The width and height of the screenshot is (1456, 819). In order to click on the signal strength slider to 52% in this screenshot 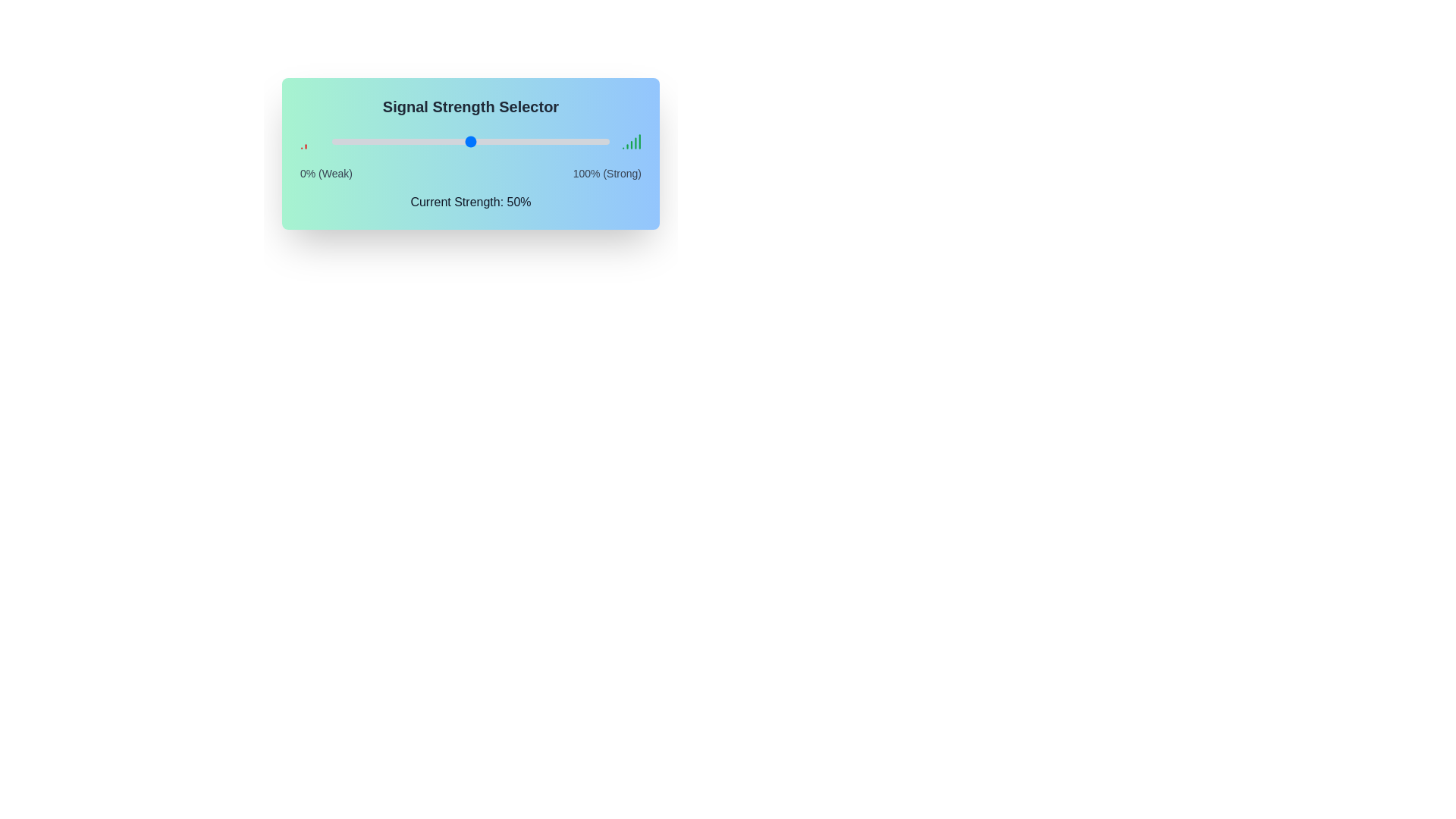, I will do `click(475, 141)`.